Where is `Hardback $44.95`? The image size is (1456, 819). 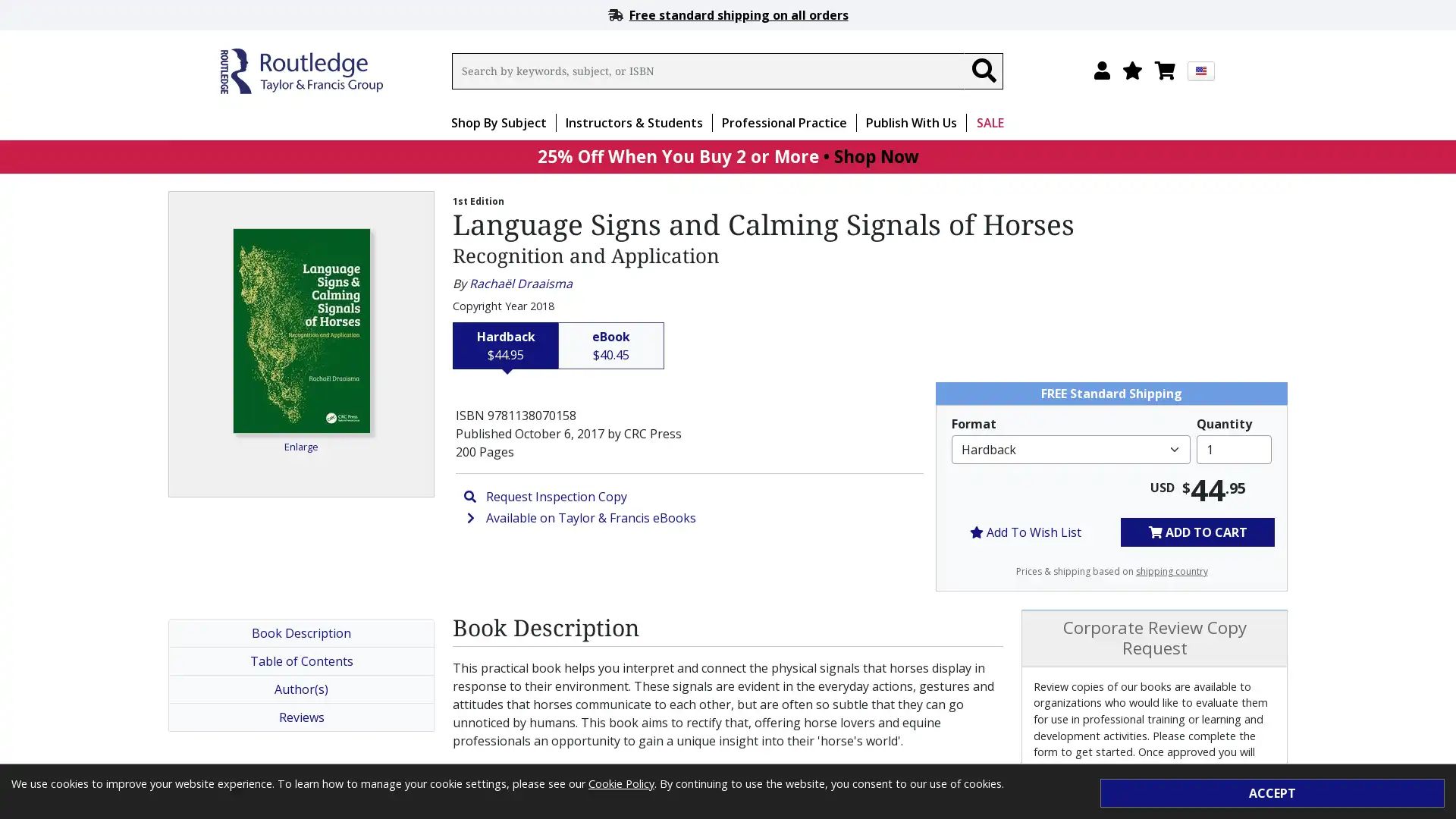
Hardback $44.95 is located at coordinates (506, 345).